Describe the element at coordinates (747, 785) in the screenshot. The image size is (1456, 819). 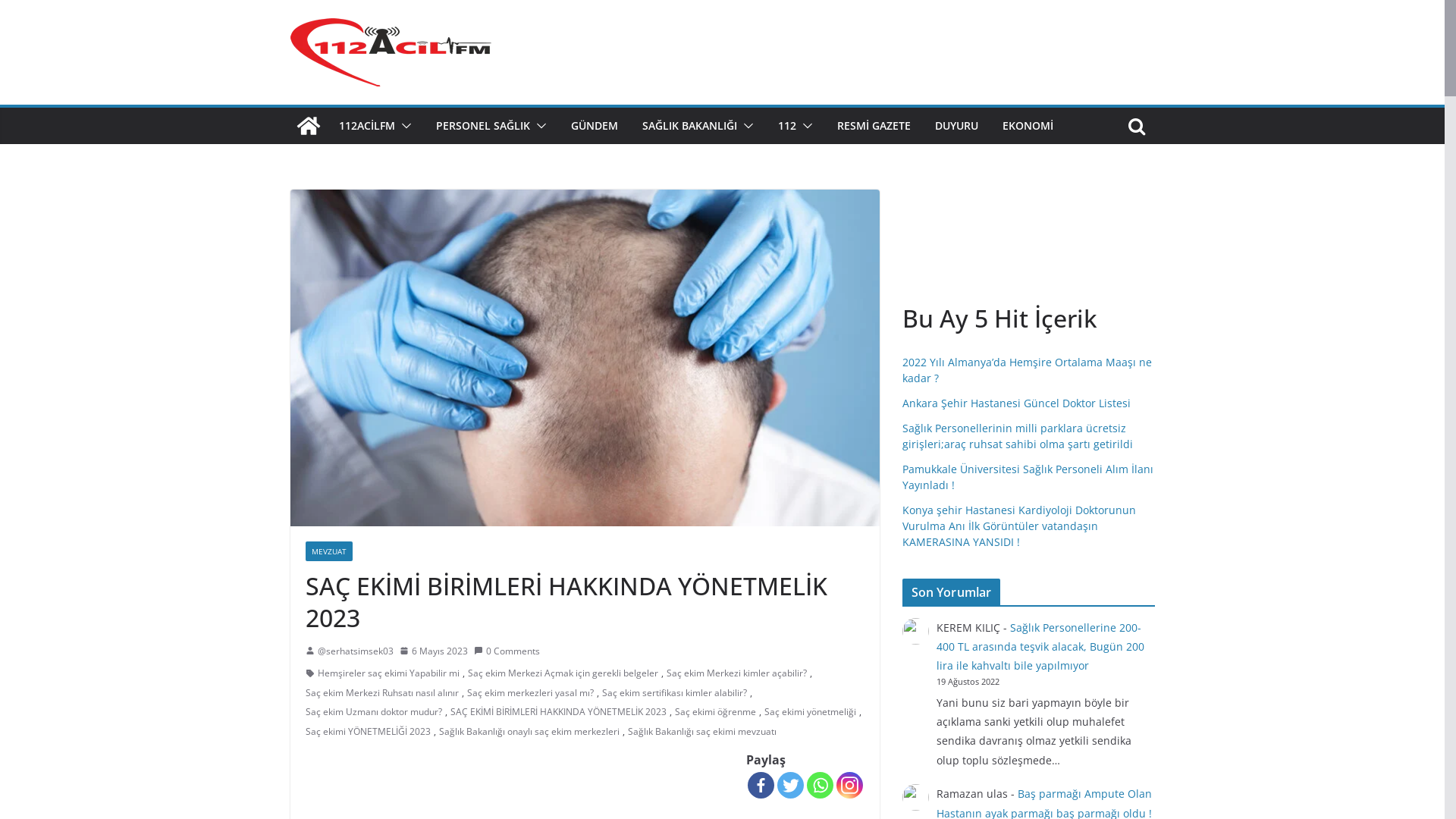
I see `'Facebook'` at that location.